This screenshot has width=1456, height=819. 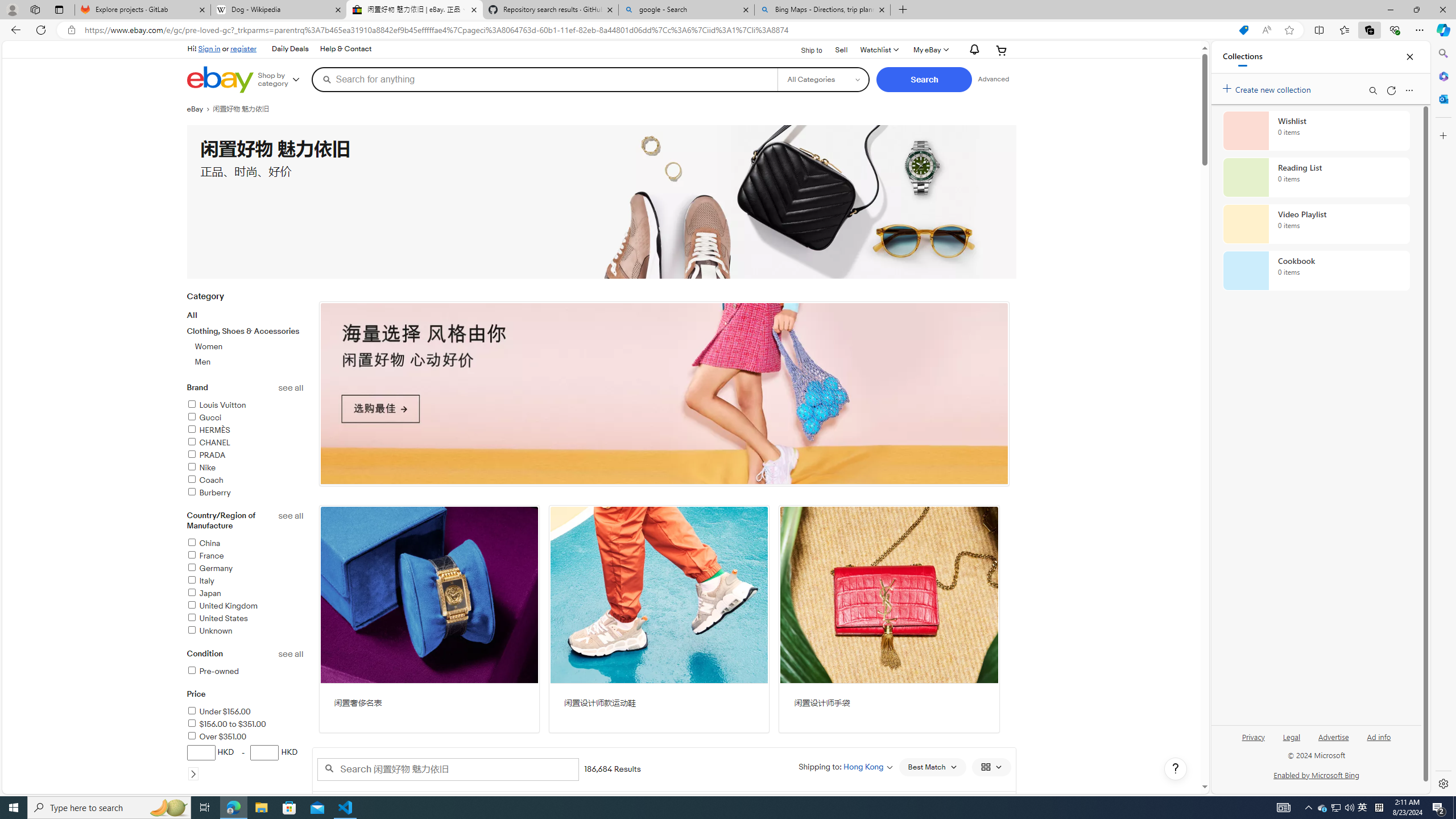 What do you see at coordinates (1316, 176) in the screenshot?
I see `'Reading List collection, 0 items'` at bounding box center [1316, 176].